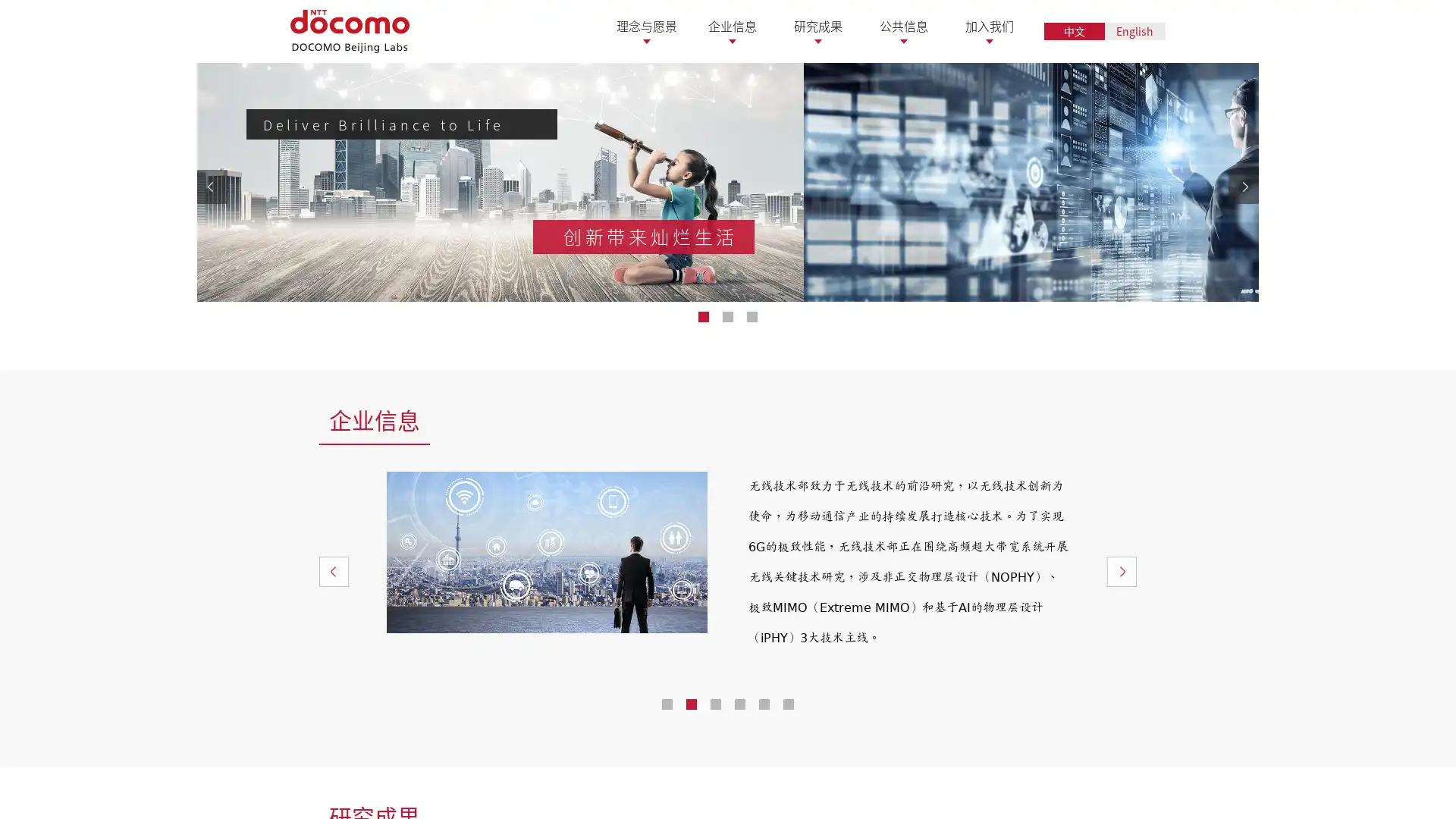 The width and height of the screenshot is (1456, 819). What do you see at coordinates (1121, 752) in the screenshot?
I see `Next` at bounding box center [1121, 752].